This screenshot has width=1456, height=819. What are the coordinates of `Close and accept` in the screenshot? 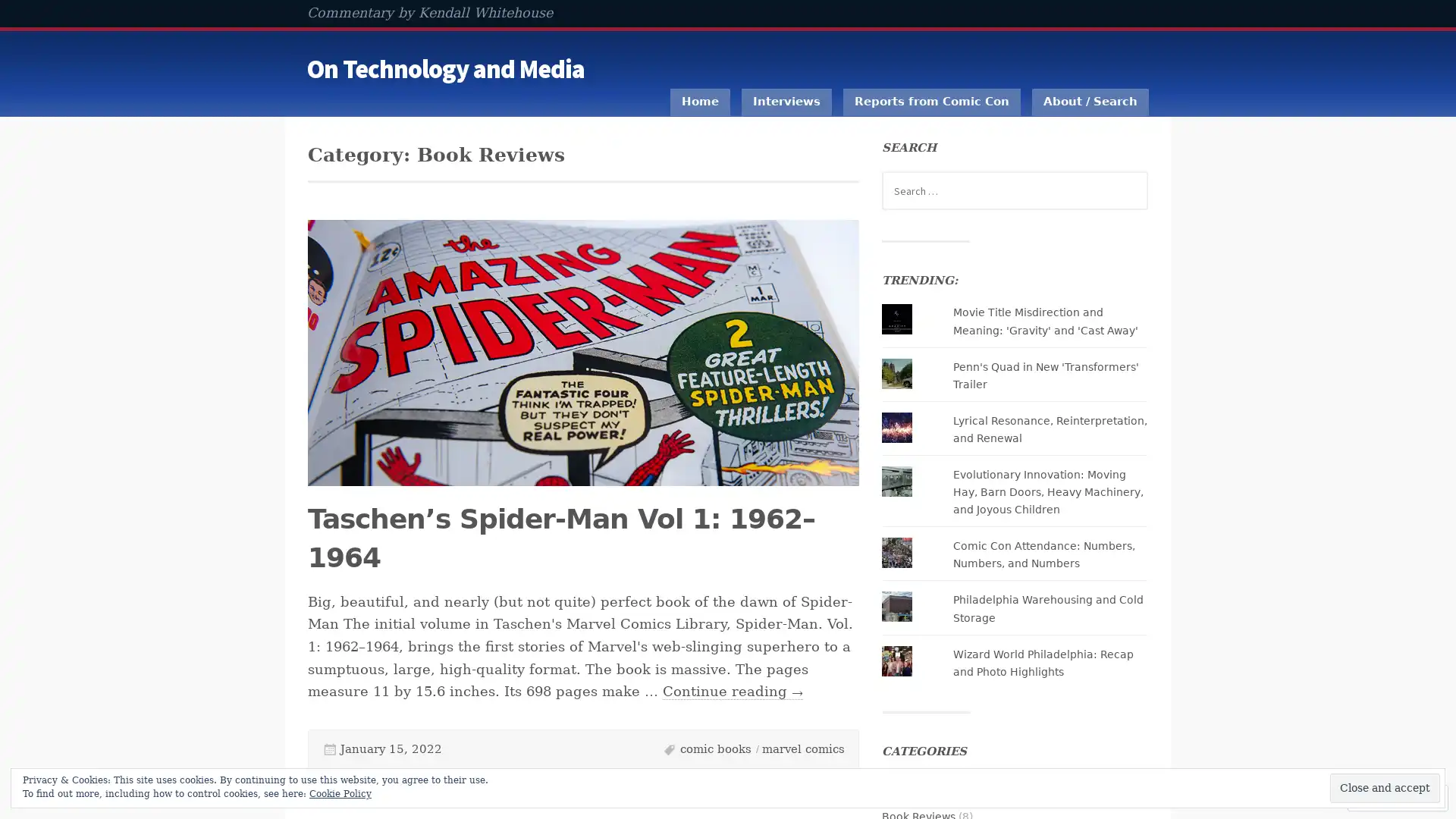 It's located at (1385, 787).